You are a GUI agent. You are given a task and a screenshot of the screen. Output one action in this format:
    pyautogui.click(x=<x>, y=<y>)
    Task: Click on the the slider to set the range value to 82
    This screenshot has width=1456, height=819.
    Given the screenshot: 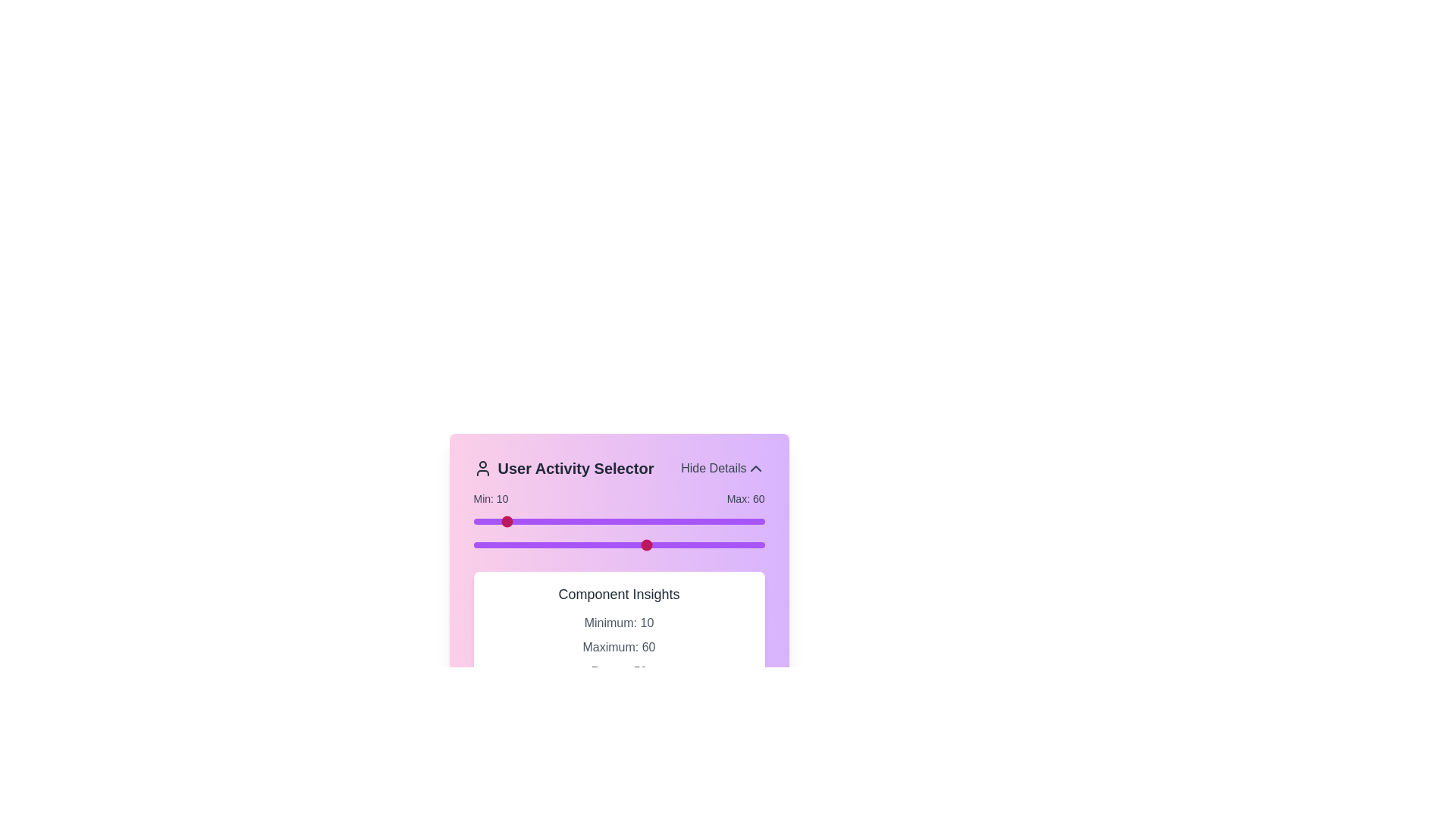 What is the action you would take?
    pyautogui.click(x=711, y=520)
    